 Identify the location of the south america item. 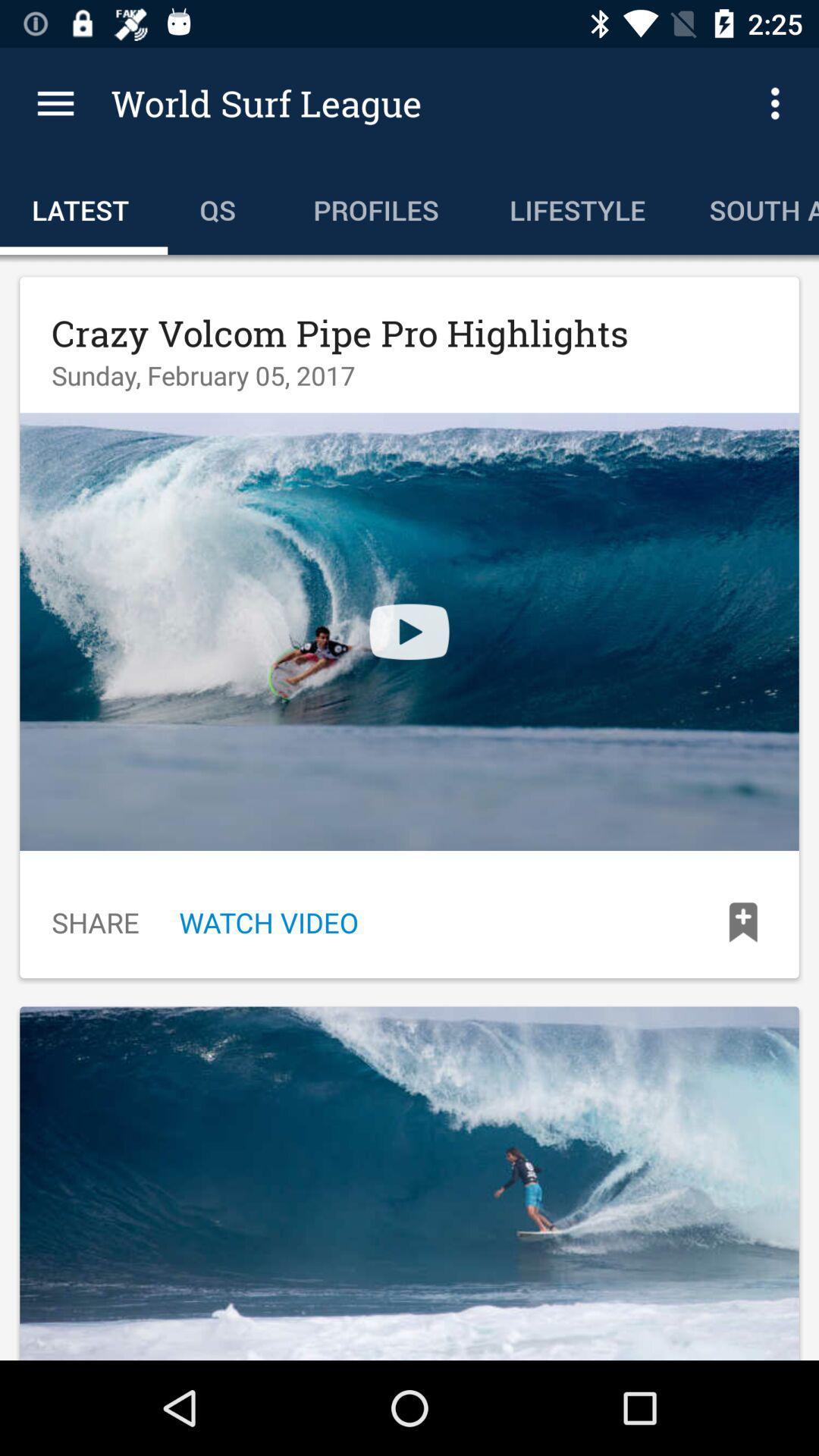
(747, 206).